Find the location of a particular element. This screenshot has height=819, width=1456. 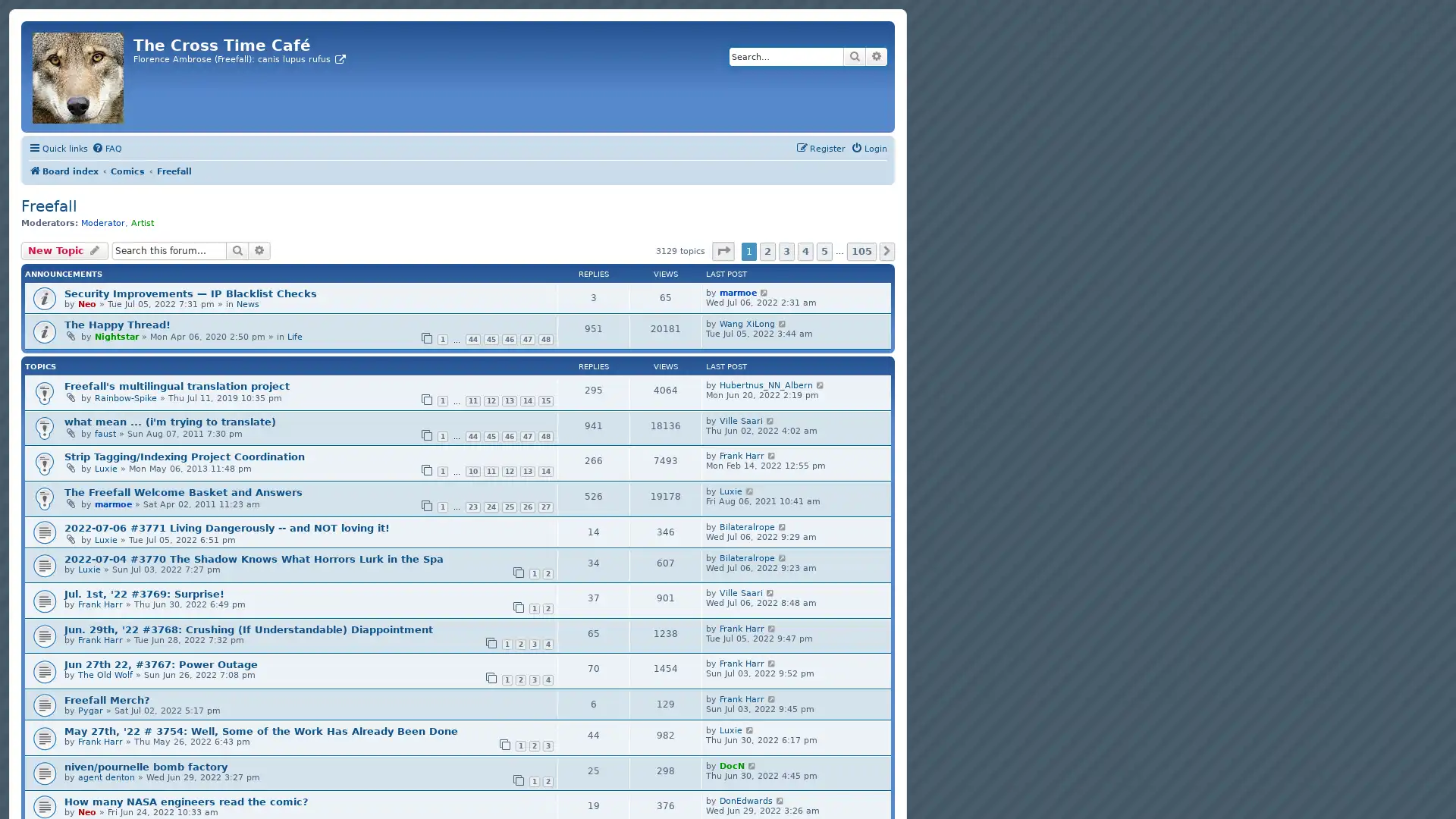

Search is located at coordinates (855, 55).